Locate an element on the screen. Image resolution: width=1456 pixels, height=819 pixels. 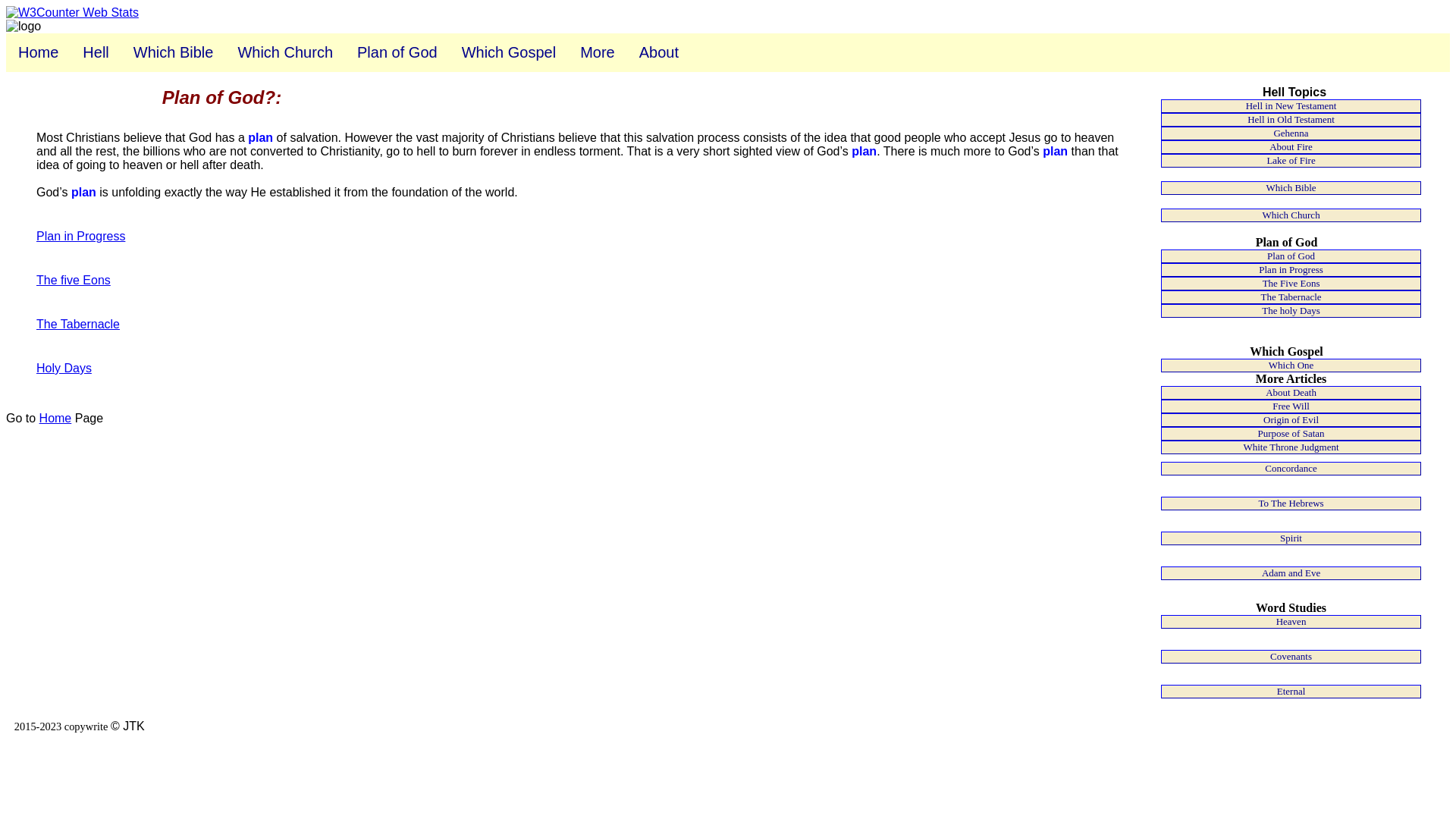
'Which Church' is located at coordinates (1290, 215).